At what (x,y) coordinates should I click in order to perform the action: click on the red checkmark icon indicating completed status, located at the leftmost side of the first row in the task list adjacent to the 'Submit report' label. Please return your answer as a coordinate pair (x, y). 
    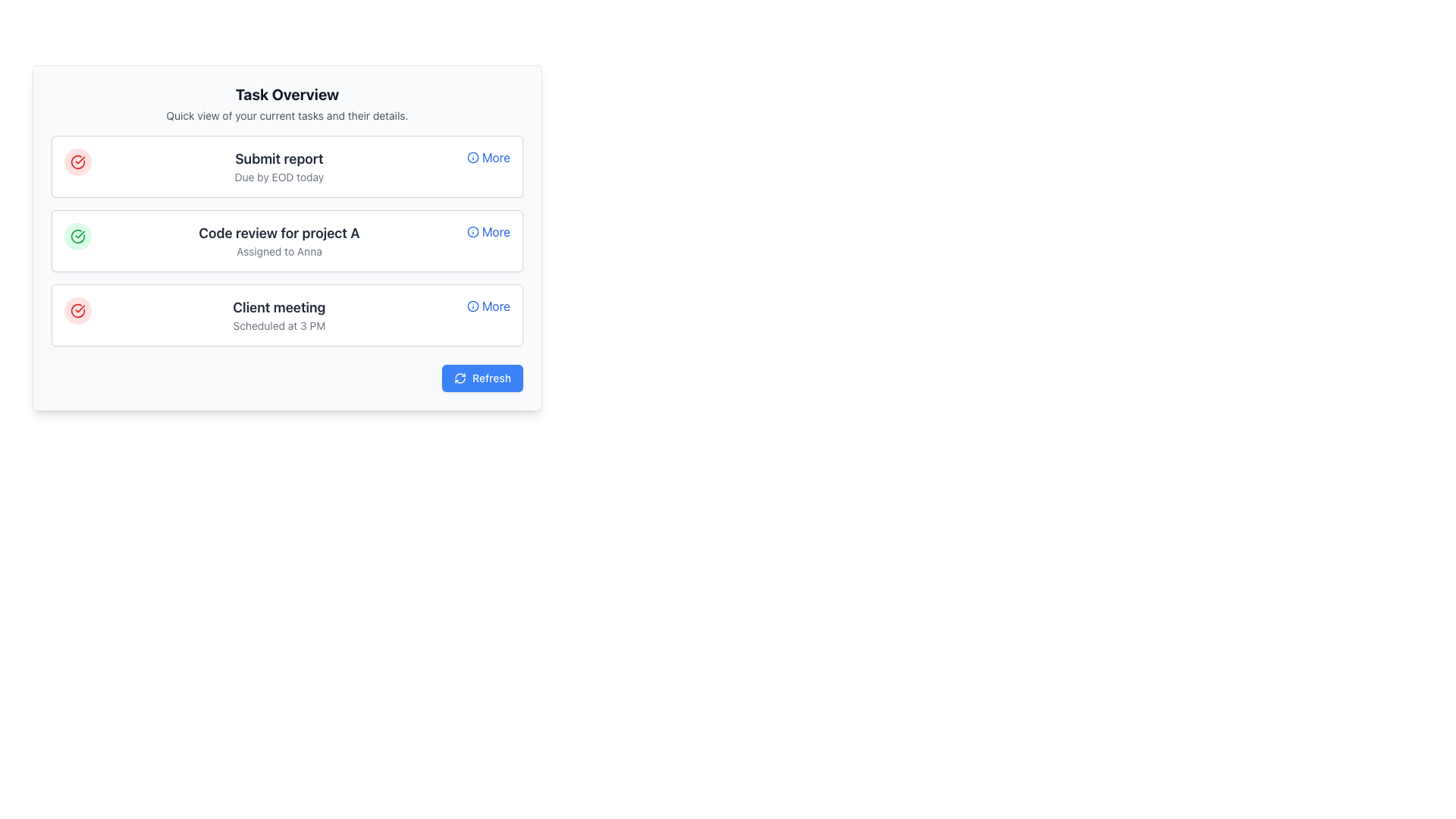
    Looking at the image, I should click on (77, 162).